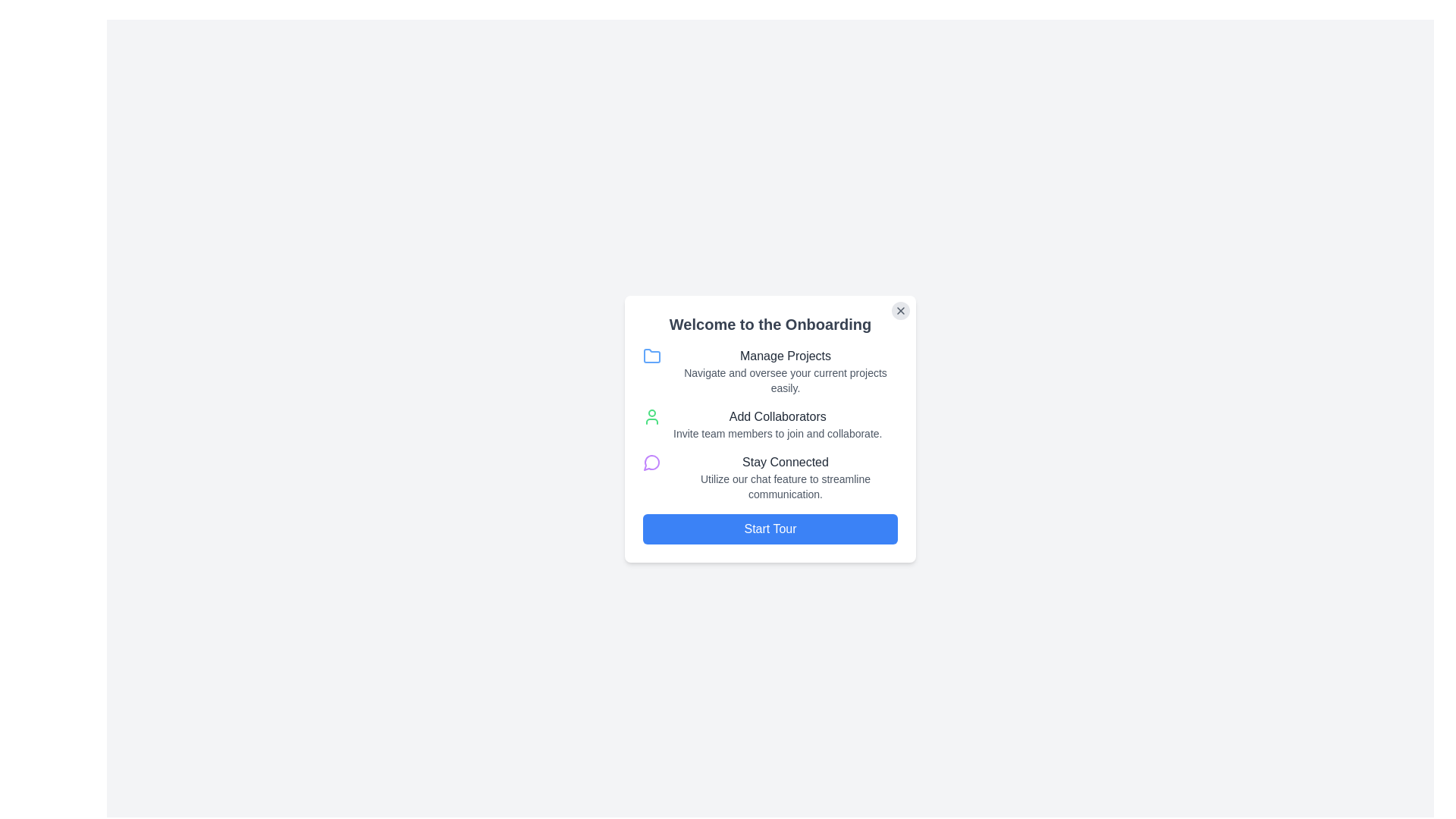 Image resolution: width=1456 pixels, height=819 pixels. What do you see at coordinates (651, 462) in the screenshot?
I see `the 'Stay Connected' icon, which is the third icon in the column of icons positioned to the left of the onboarding text under the 'Welcome to the Onboarding' heading` at bounding box center [651, 462].